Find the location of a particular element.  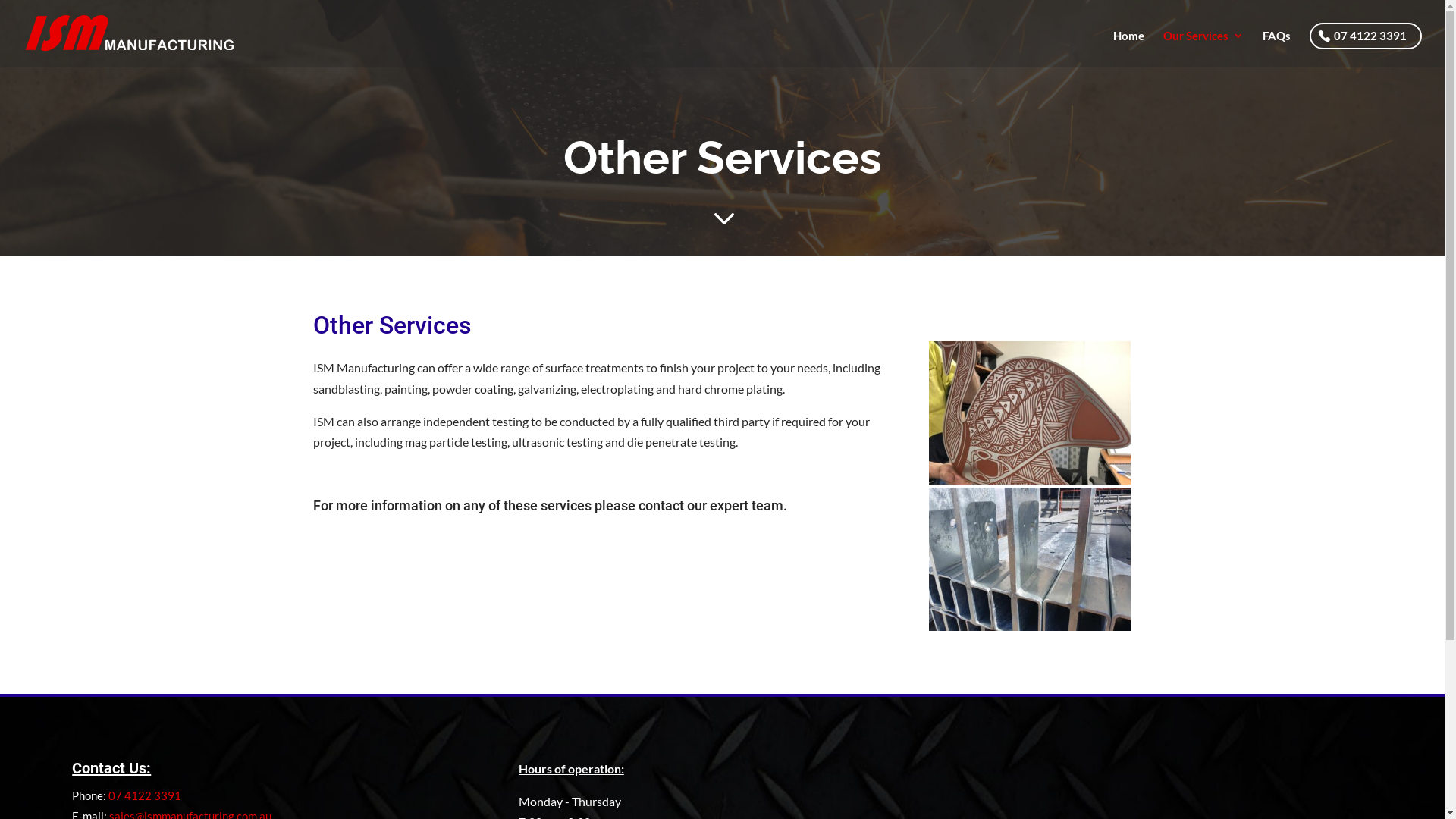

'Home' is located at coordinates (1128, 45).